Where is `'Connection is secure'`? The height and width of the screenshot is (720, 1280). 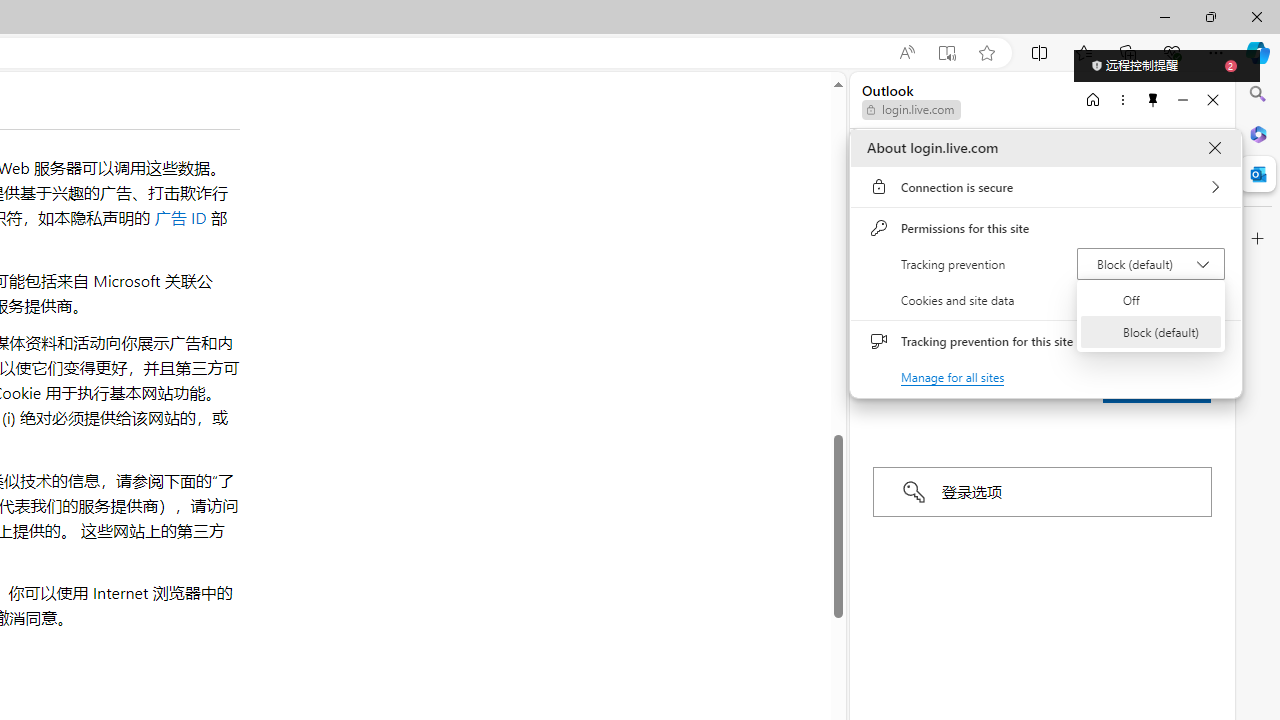
'Connection is secure' is located at coordinates (1045, 187).